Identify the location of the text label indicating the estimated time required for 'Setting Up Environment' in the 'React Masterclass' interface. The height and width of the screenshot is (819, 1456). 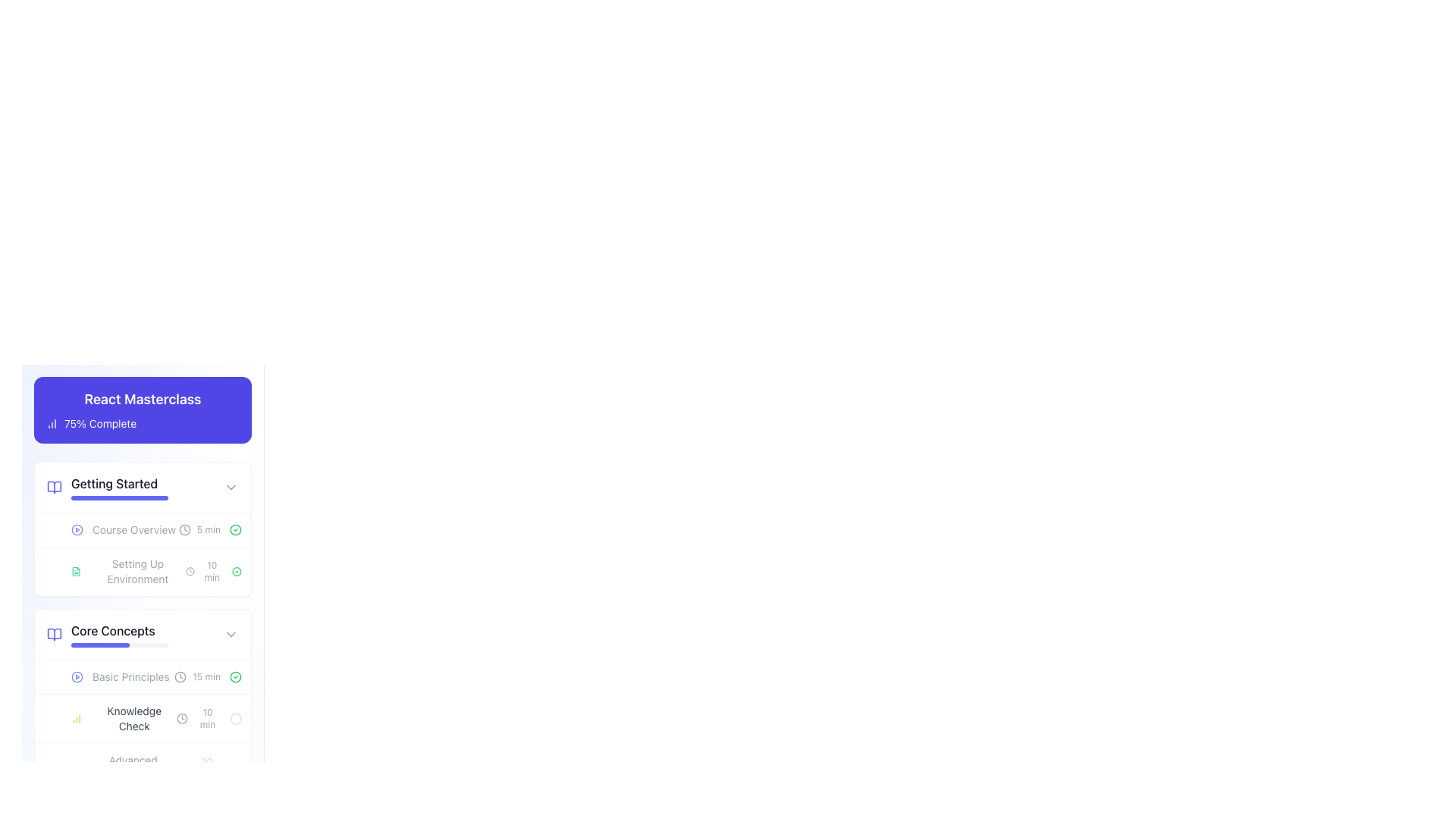
(203, 571).